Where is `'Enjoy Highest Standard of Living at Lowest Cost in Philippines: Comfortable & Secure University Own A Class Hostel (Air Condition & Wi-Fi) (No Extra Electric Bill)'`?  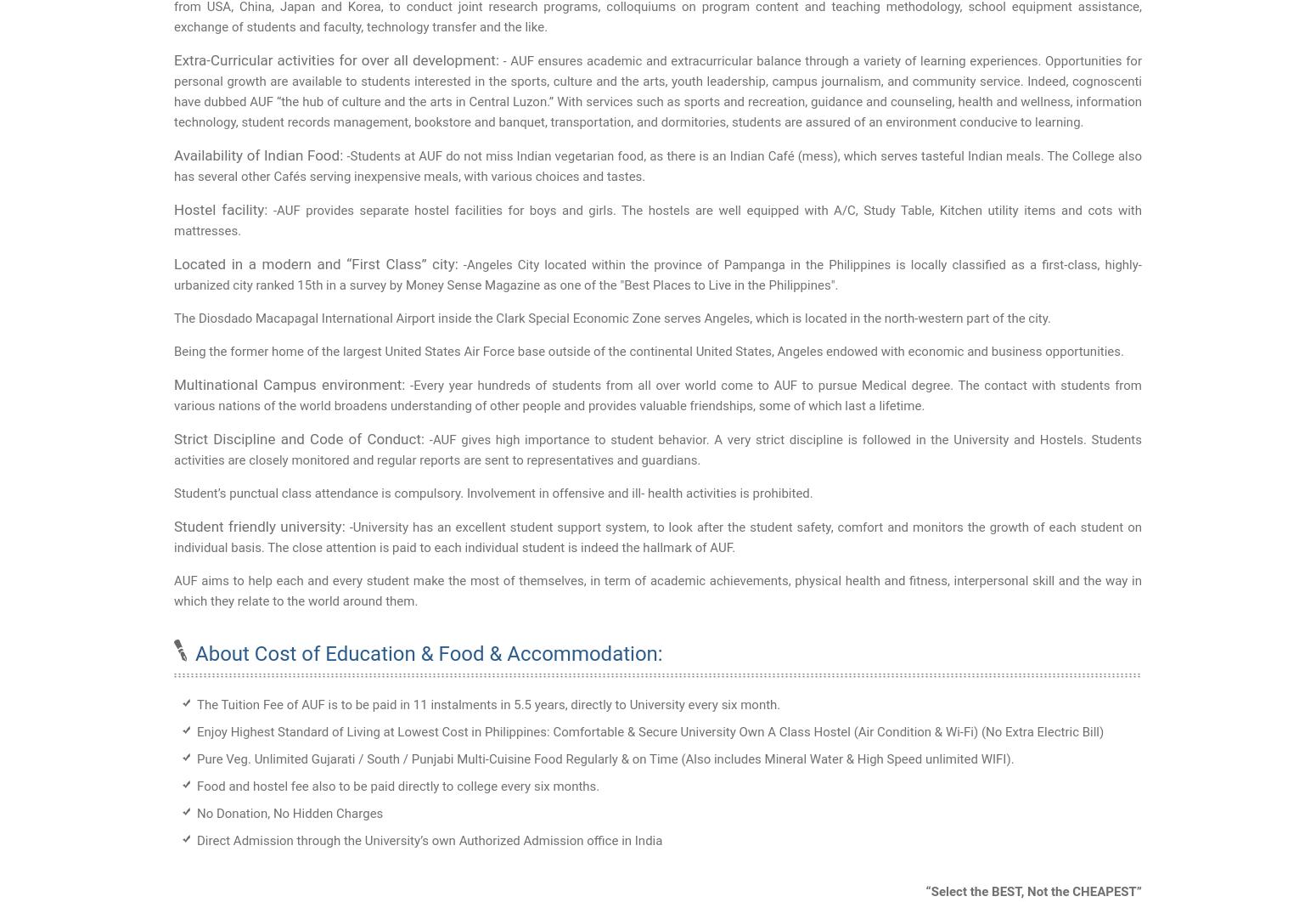 'Enjoy Highest Standard of Living at Lowest Cost in Philippines: Comfortable & Secure University Own A Class Hostel (Air Condition & Wi-Fi) (No Extra Electric Bill)' is located at coordinates (650, 731).